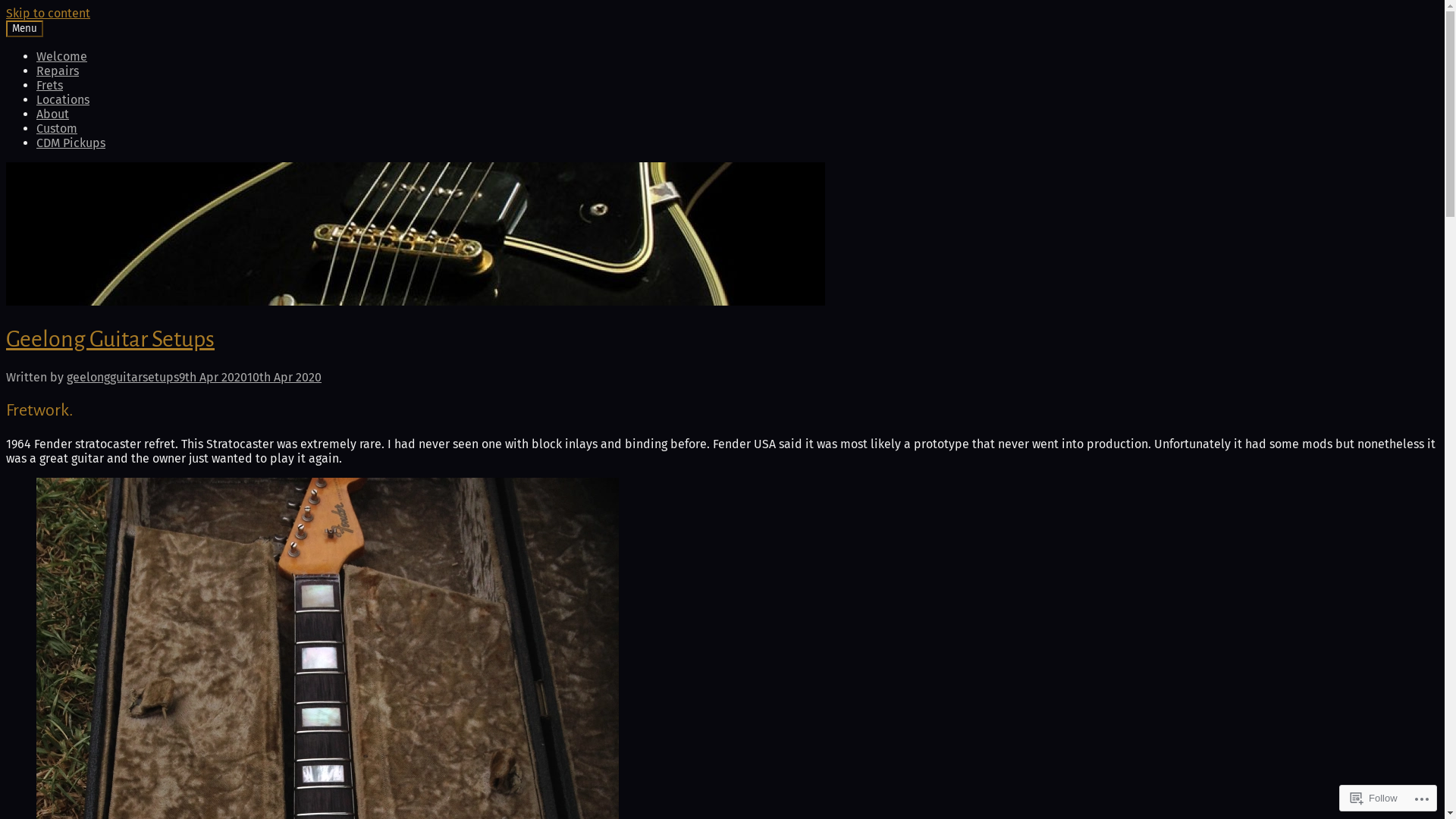  Describe the element at coordinates (61, 55) in the screenshot. I see `'Welcome'` at that location.